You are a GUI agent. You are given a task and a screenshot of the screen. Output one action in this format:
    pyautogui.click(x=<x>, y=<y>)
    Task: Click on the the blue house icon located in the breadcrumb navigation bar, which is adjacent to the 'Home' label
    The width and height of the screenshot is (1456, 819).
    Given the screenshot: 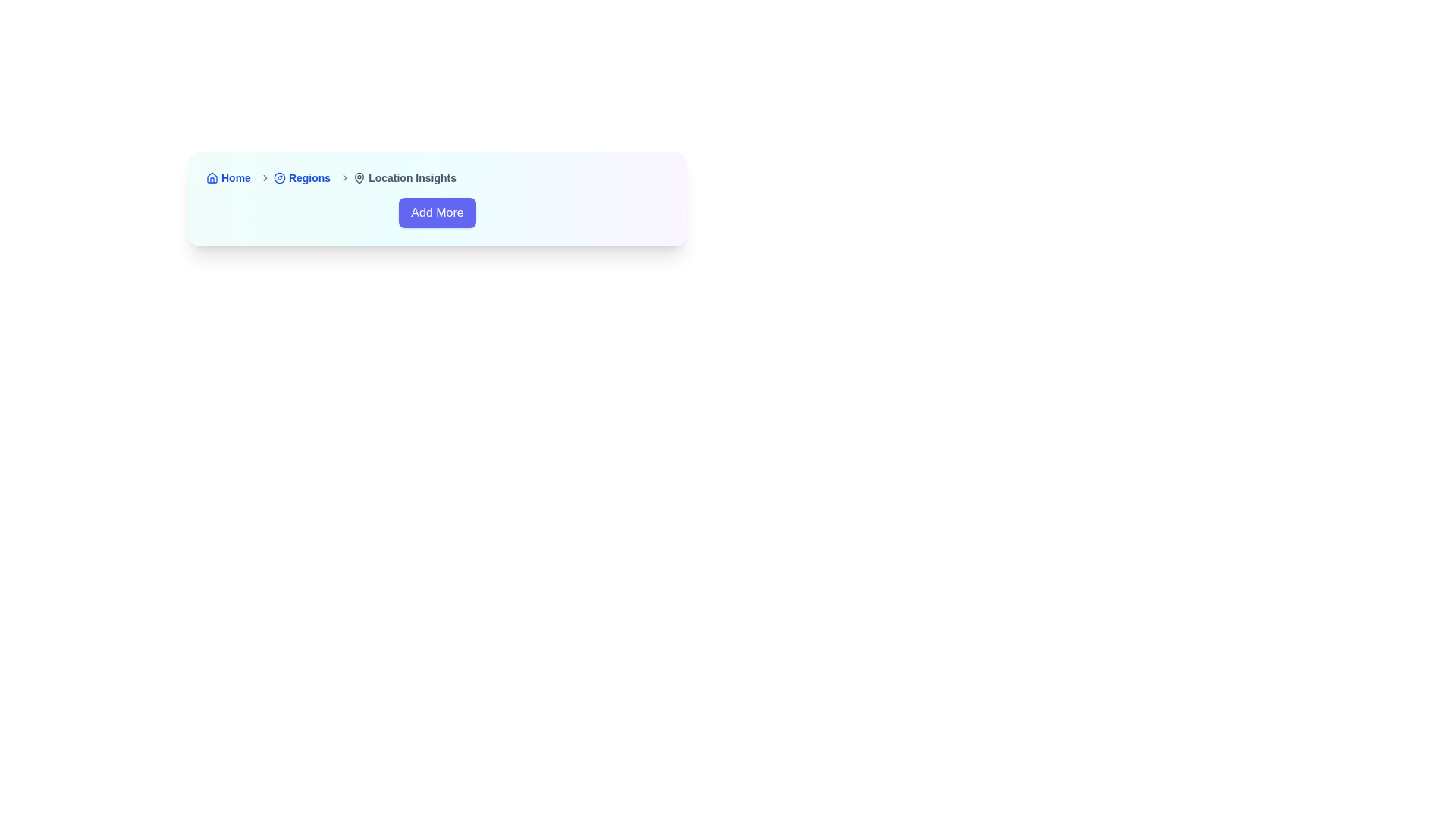 What is the action you would take?
    pyautogui.click(x=211, y=177)
    